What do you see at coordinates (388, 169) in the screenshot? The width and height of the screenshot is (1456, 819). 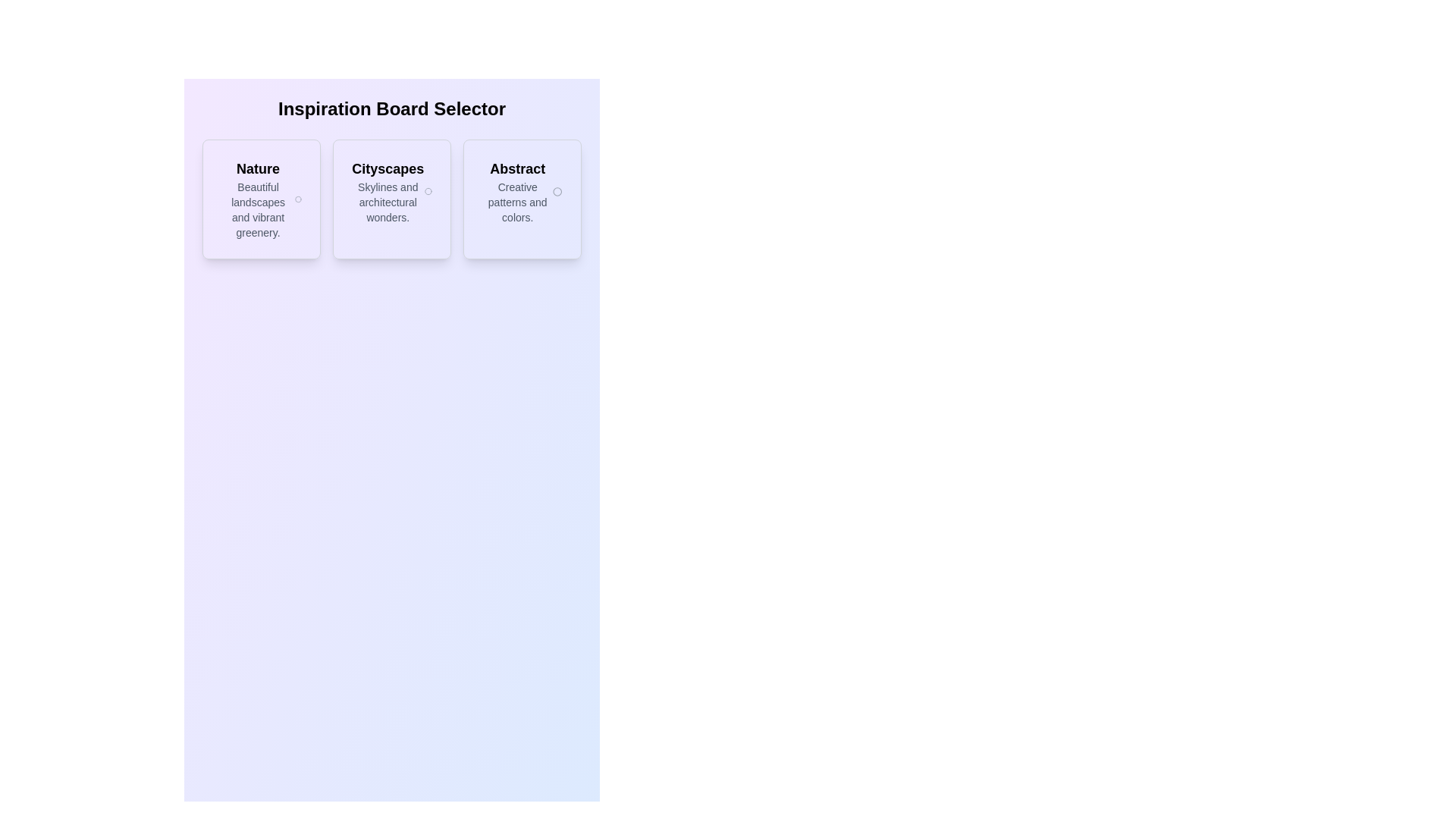 I see `the bold and prominent static text label labeled 'Cityscapes' in the middle card of a three-card layout, positioned above the subtitle 'Skylines and architectural wonders'` at bounding box center [388, 169].